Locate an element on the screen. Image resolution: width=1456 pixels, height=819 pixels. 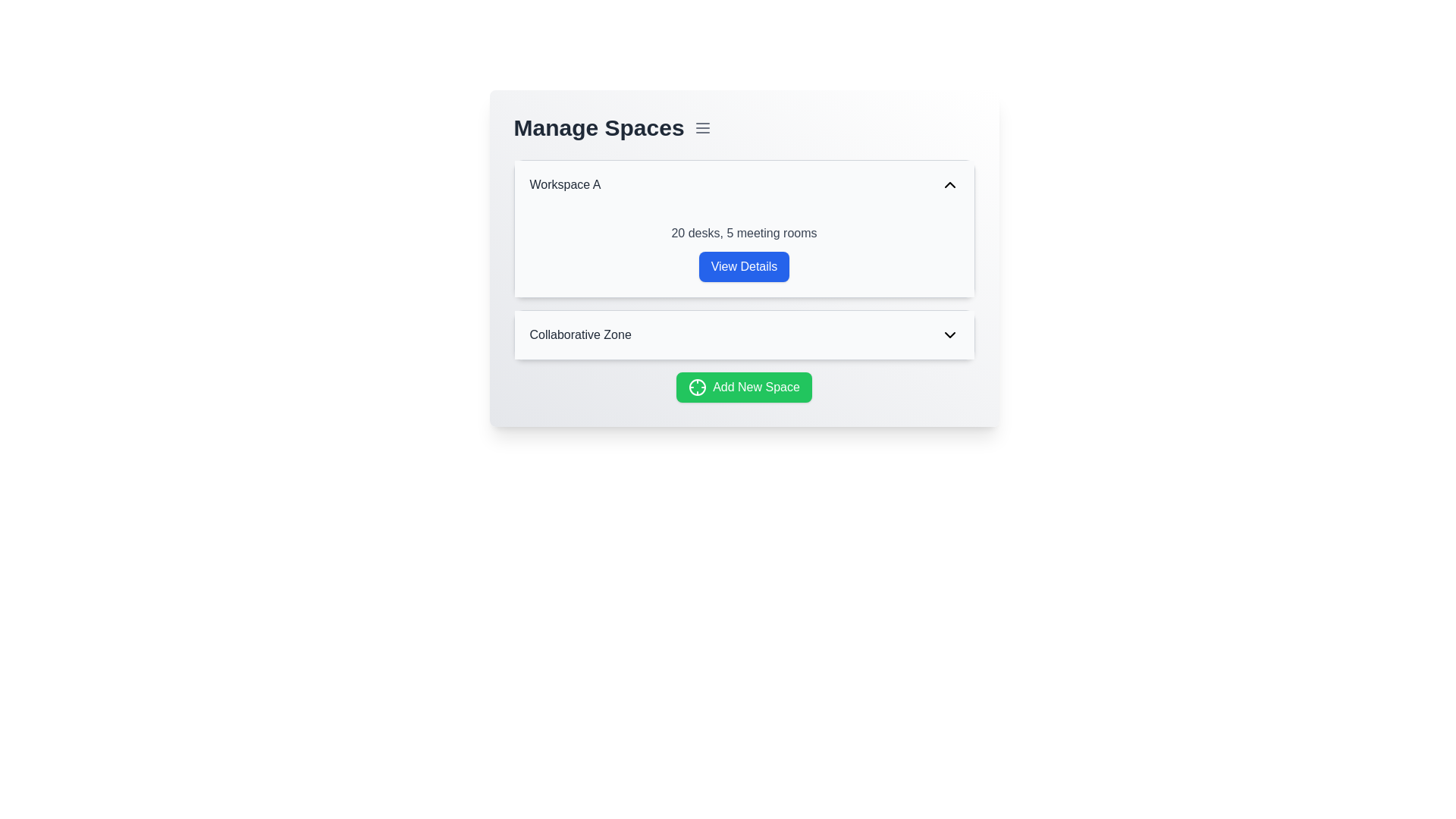
the chevron-down icon located on the far-right edge of the 'Collaborative Zone' button to trigger the display of additional details or options is located at coordinates (949, 334).